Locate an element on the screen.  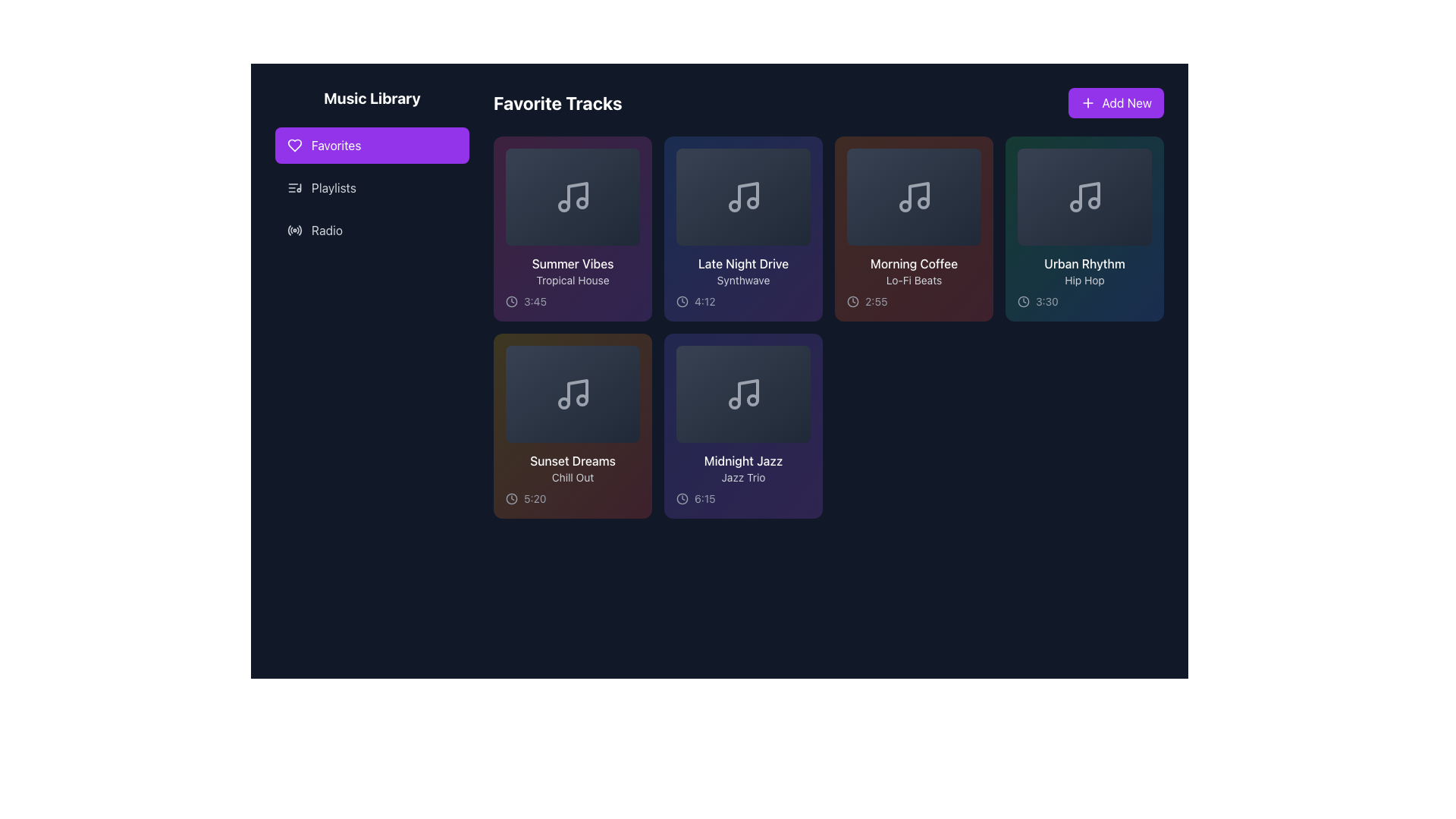
the decorative icon that signifies the time duration of the track, located to the left of the time text '5:20' is located at coordinates (512, 499).